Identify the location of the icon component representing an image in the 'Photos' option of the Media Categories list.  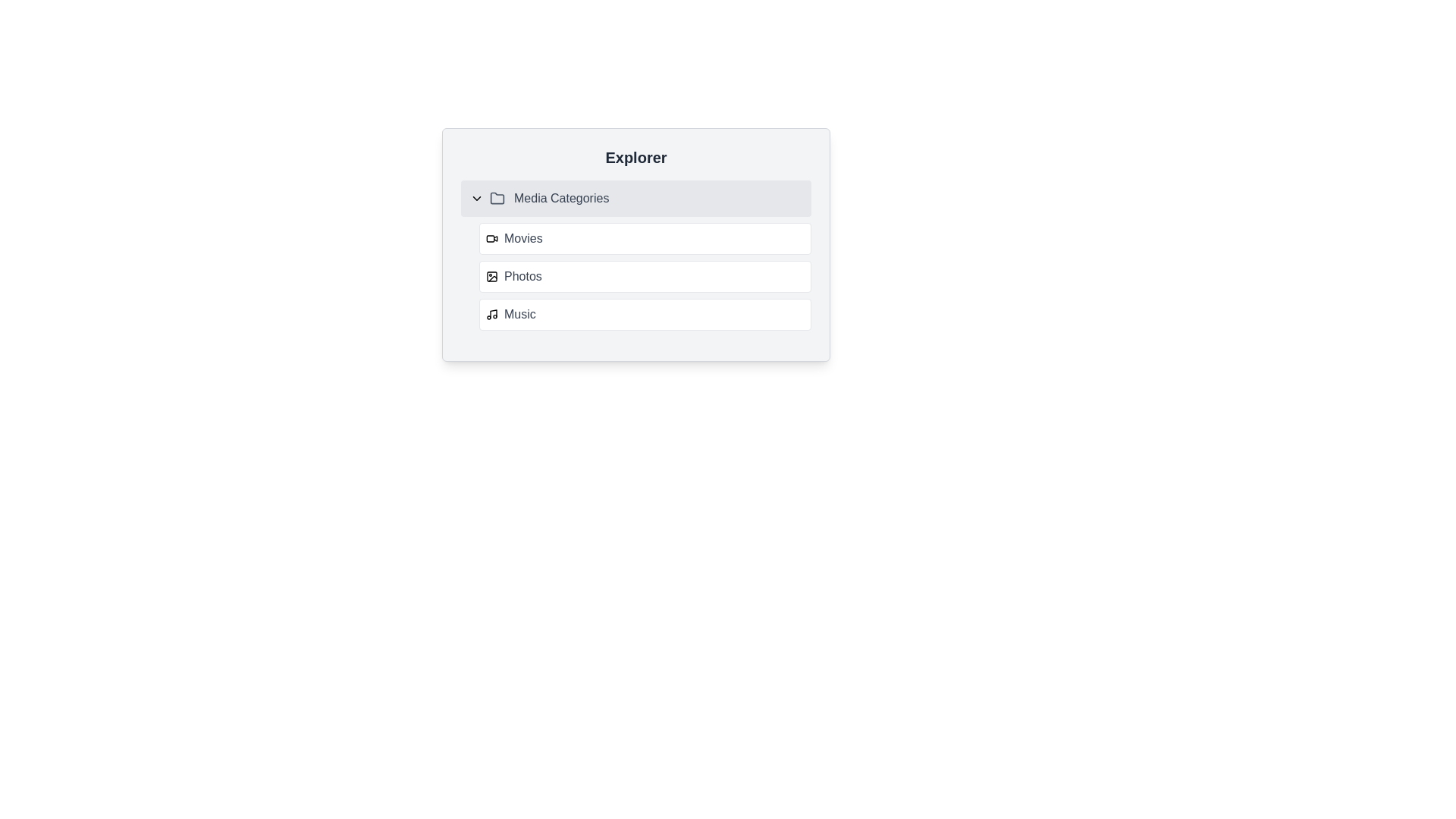
(491, 277).